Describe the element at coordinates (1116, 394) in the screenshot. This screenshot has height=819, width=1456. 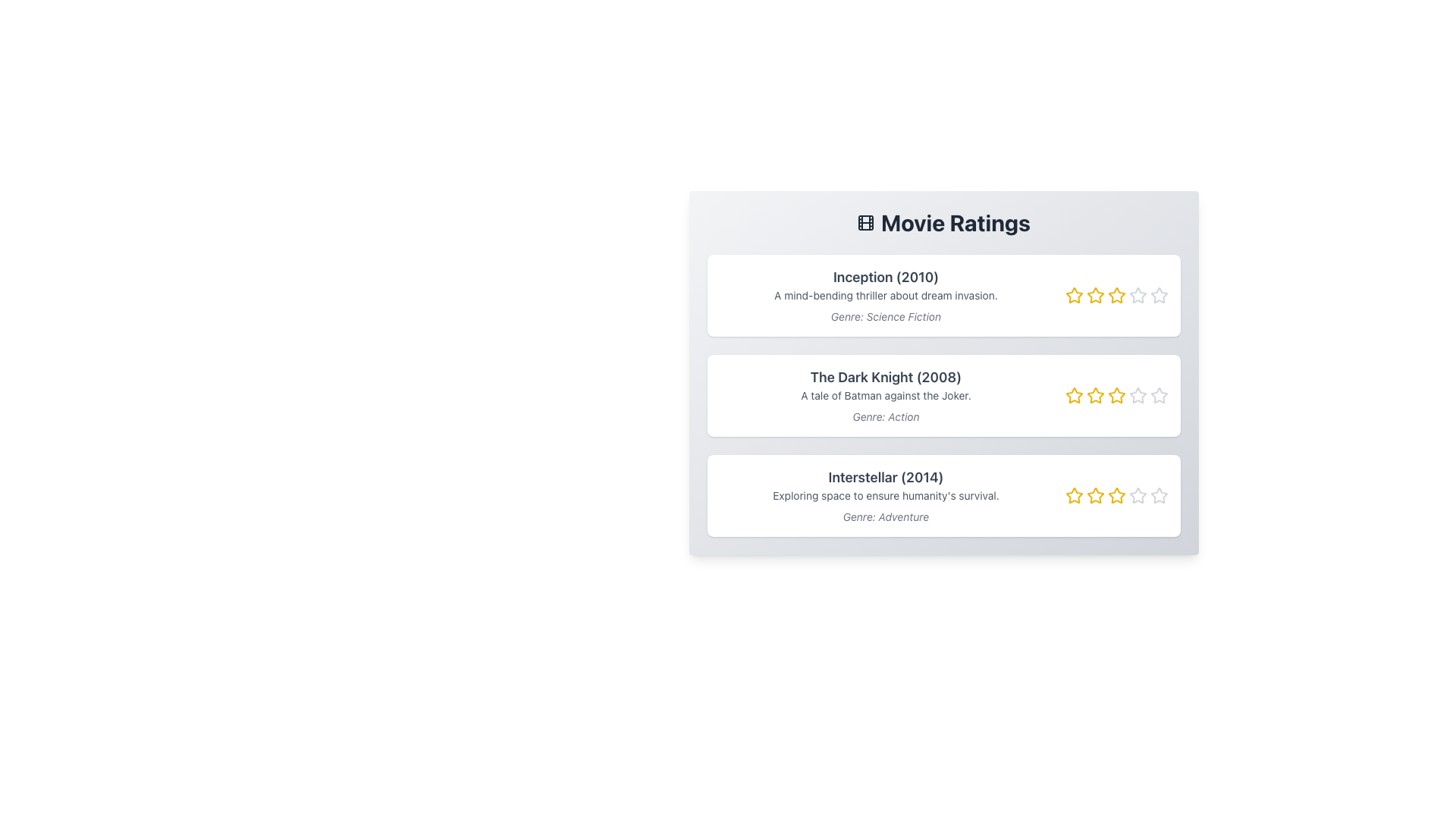
I see `the third yellow star icon in the rating bar for 'The Dark Knight (2008)'` at that location.